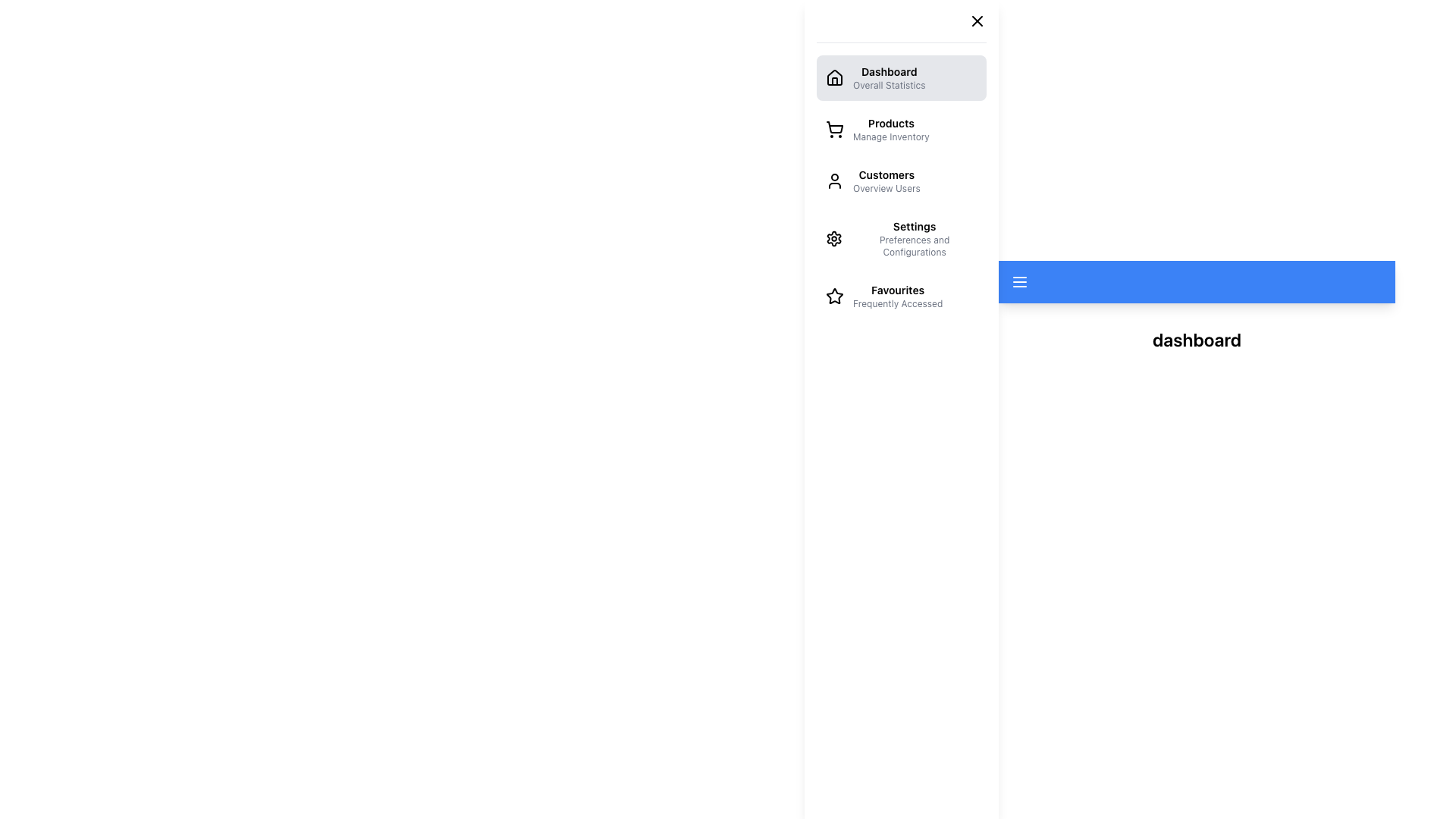 The image size is (1456, 819). Describe the element at coordinates (902, 296) in the screenshot. I see `the 'Favourites' list item in the left-side navigation panel` at that location.